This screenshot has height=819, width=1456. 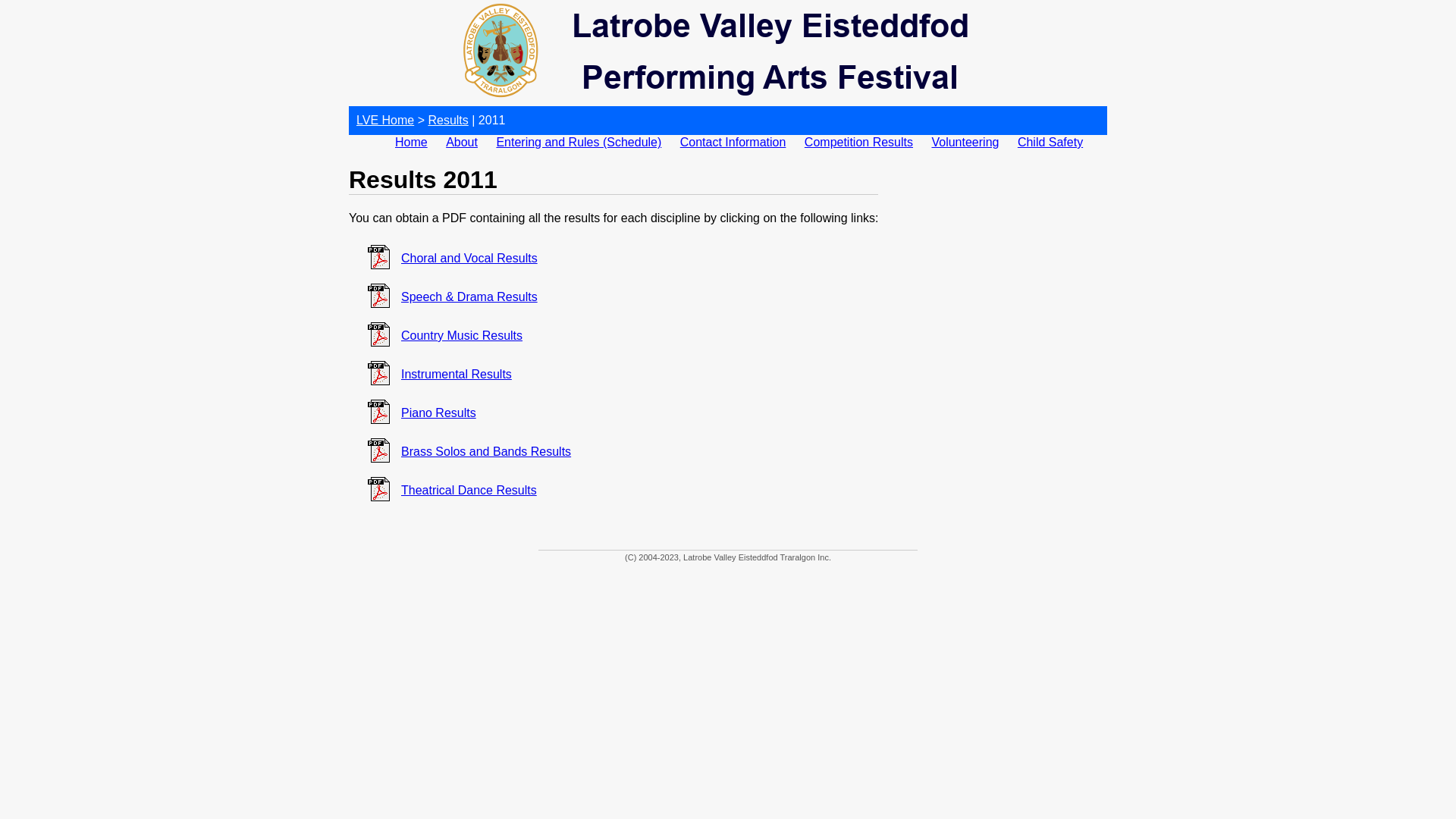 What do you see at coordinates (578, 142) in the screenshot?
I see `'Entering and Rules (Schedule)'` at bounding box center [578, 142].